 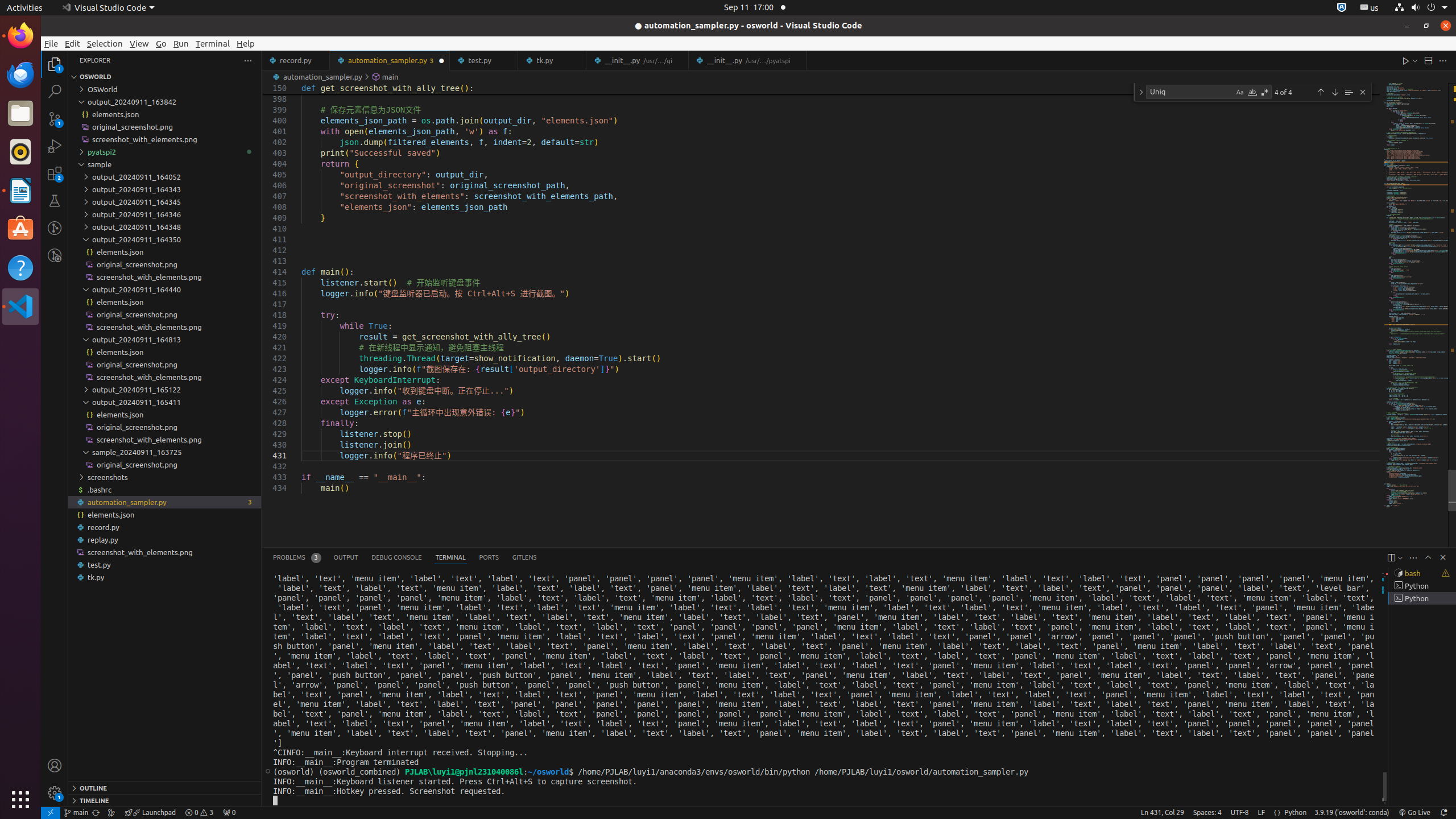 What do you see at coordinates (345, 557) in the screenshot?
I see `'Output (Ctrl+K Ctrl+H)'` at bounding box center [345, 557].